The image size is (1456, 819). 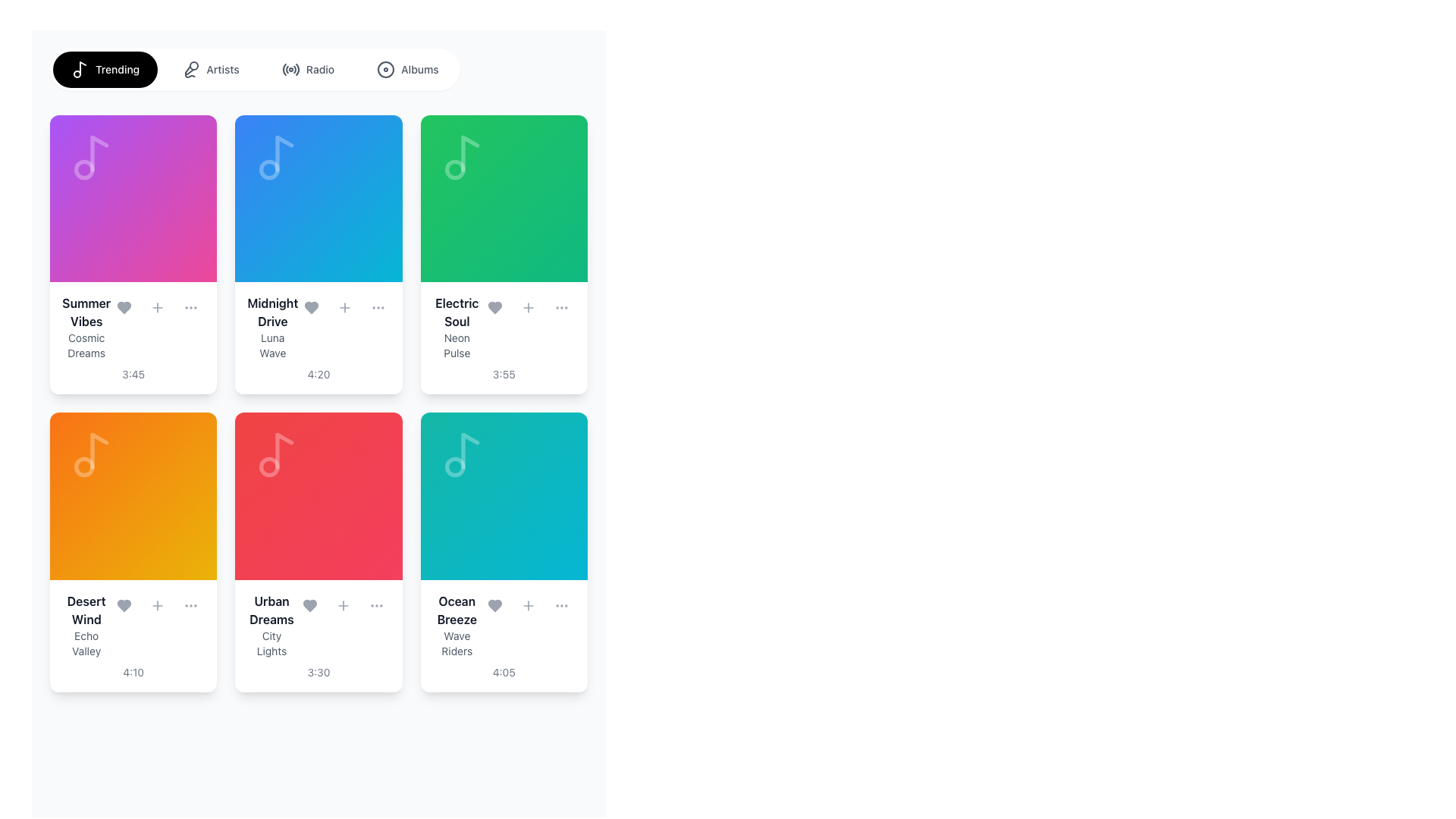 I want to click on the text component titled 'Ocean Breeze' with the subtitle 'Wave Riders' located in the bottom row of the grid layout, specifically the second card from the right, so click(x=456, y=625).